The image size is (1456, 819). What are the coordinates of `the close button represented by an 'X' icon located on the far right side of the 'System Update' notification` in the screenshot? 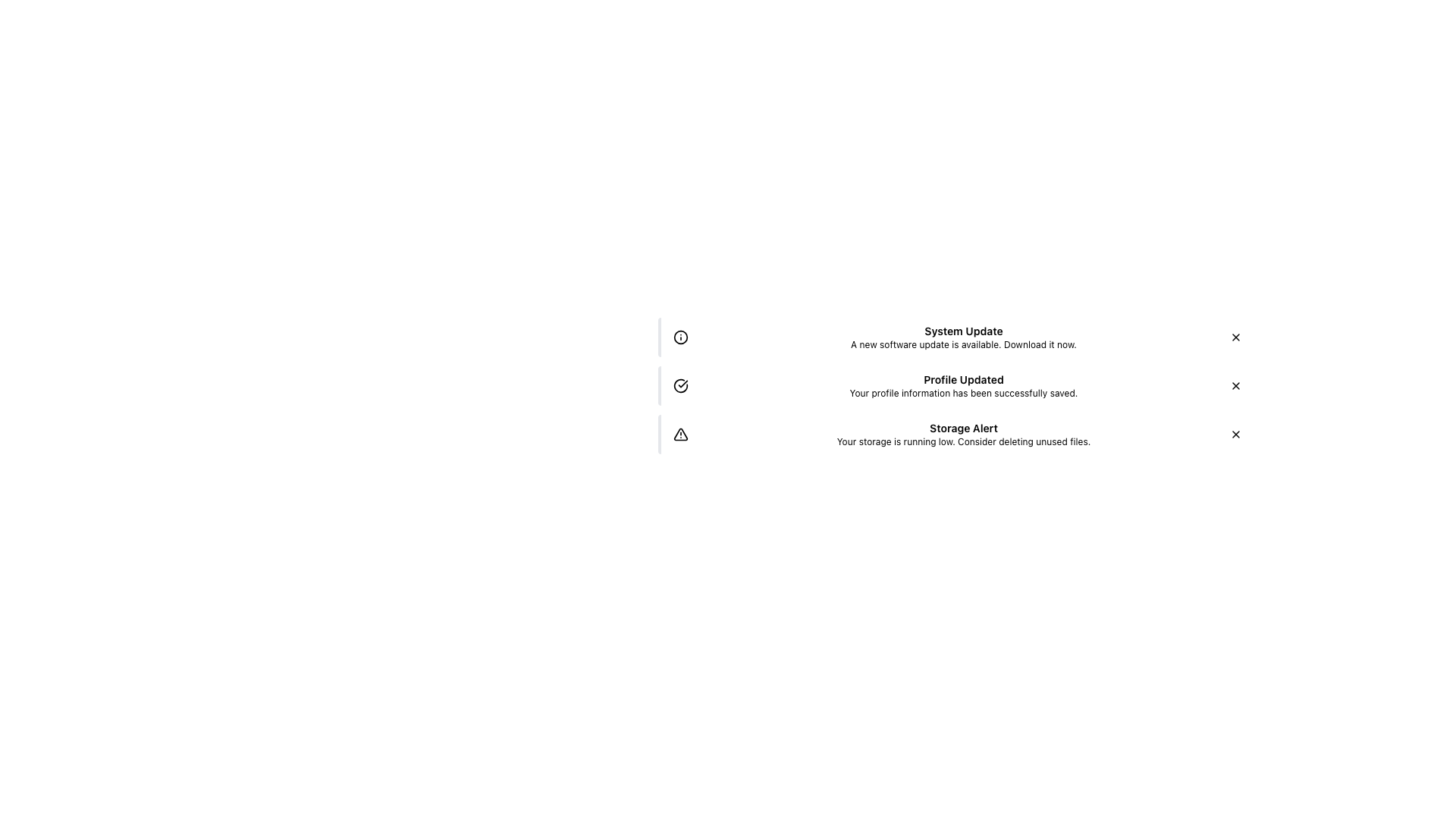 It's located at (1236, 336).